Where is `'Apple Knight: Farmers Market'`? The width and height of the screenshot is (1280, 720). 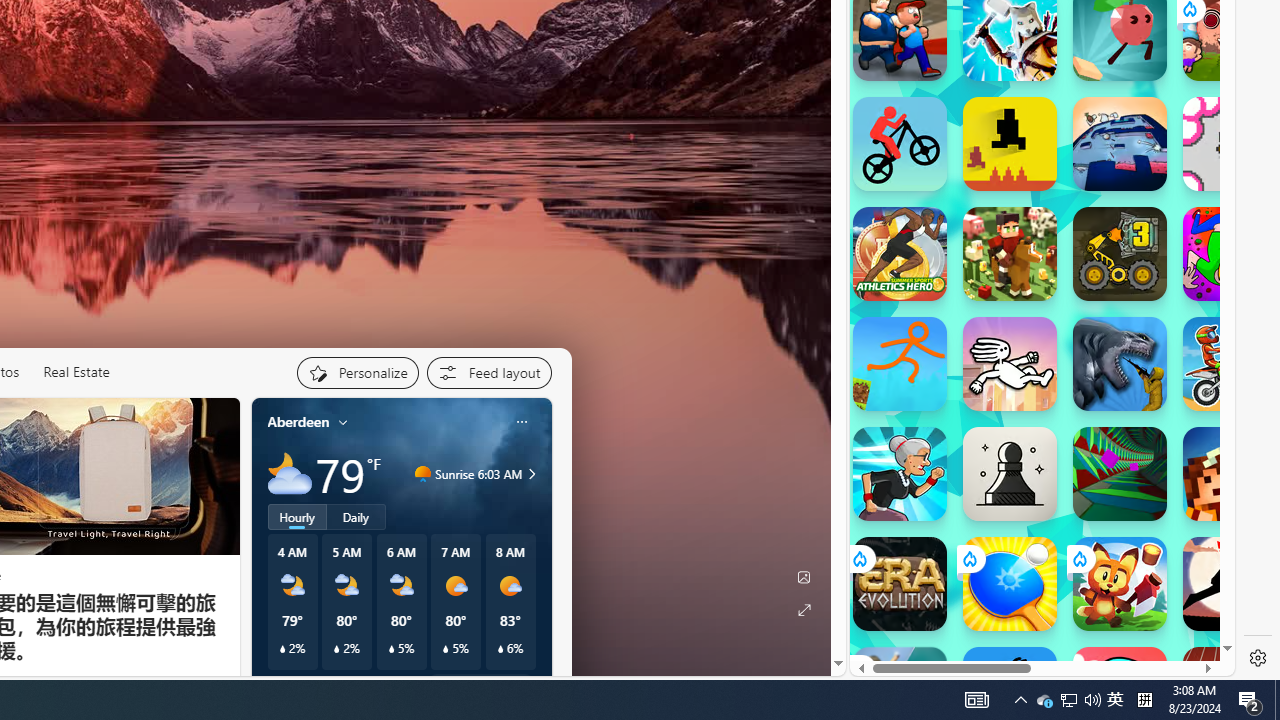 'Apple Knight: Farmers Market' is located at coordinates (1009, 253).